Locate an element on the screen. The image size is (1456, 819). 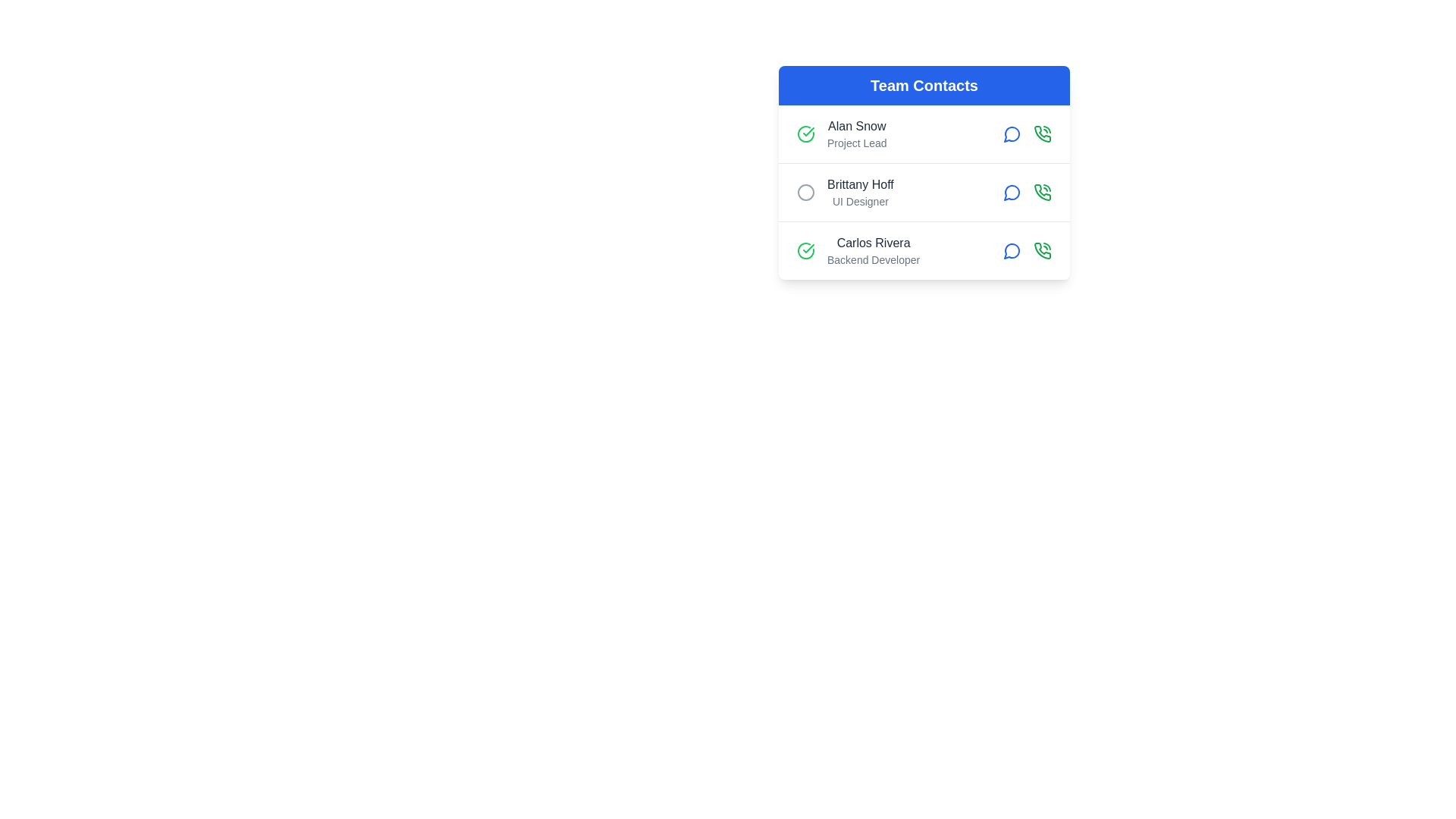
the 'view details' button for the contact Alan Snow is located at coordinates (1012, 133).